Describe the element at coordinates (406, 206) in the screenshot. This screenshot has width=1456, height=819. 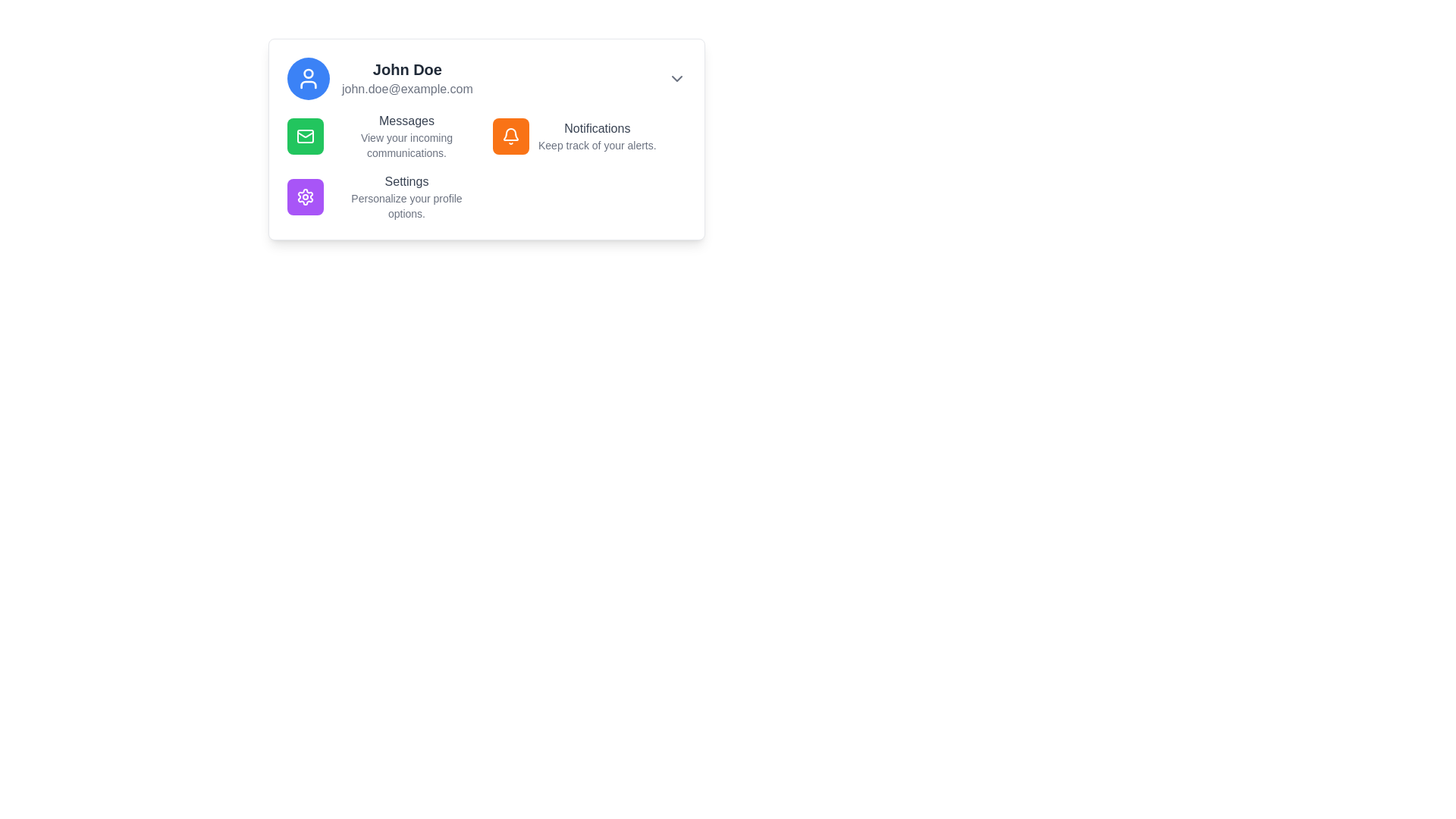
I see `the text label that says 'Personalize your profile options.' which is located beneath the 'Settings' header in the Settings section` at that location.